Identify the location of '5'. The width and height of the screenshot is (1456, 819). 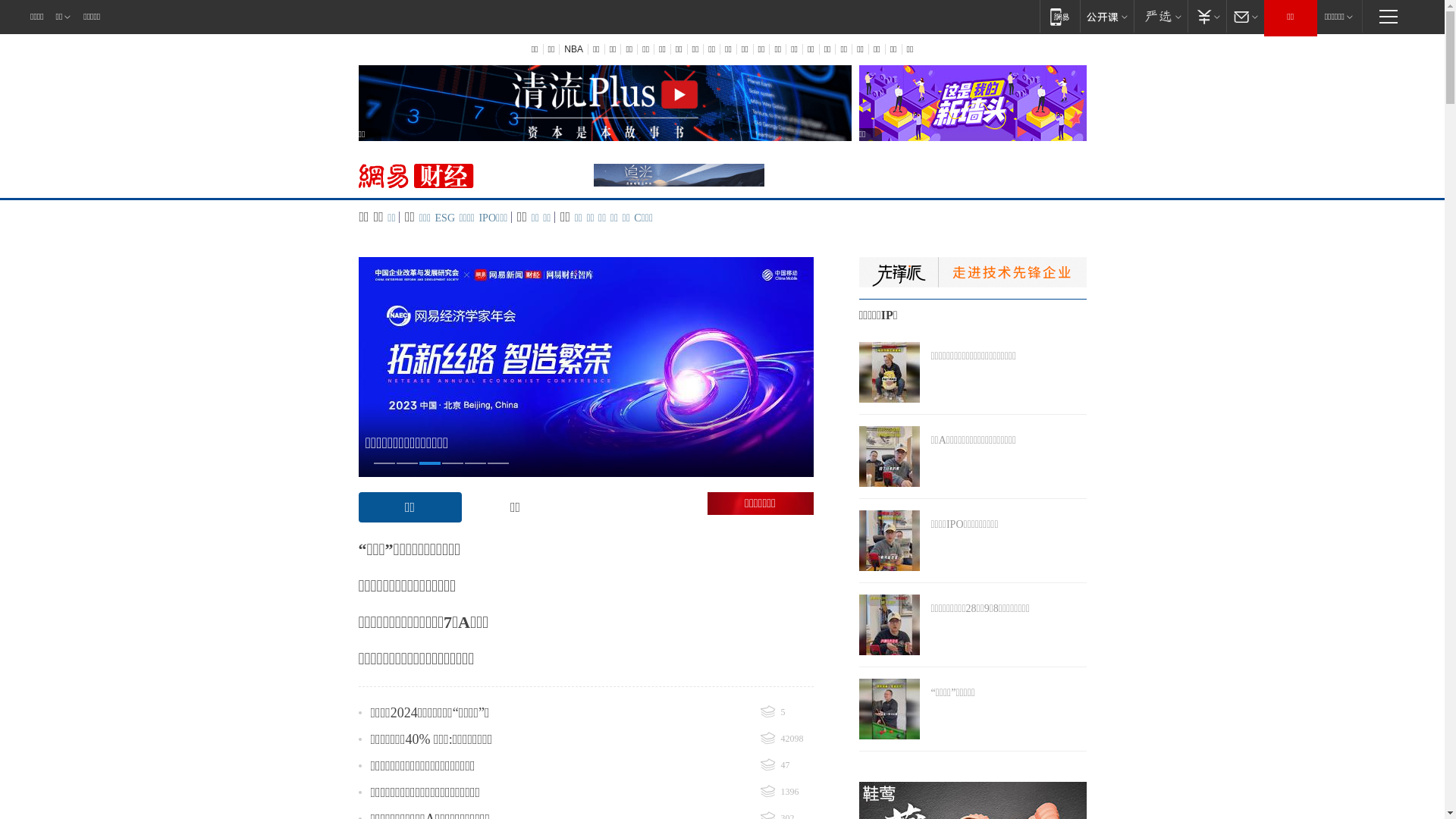
(786, 713).